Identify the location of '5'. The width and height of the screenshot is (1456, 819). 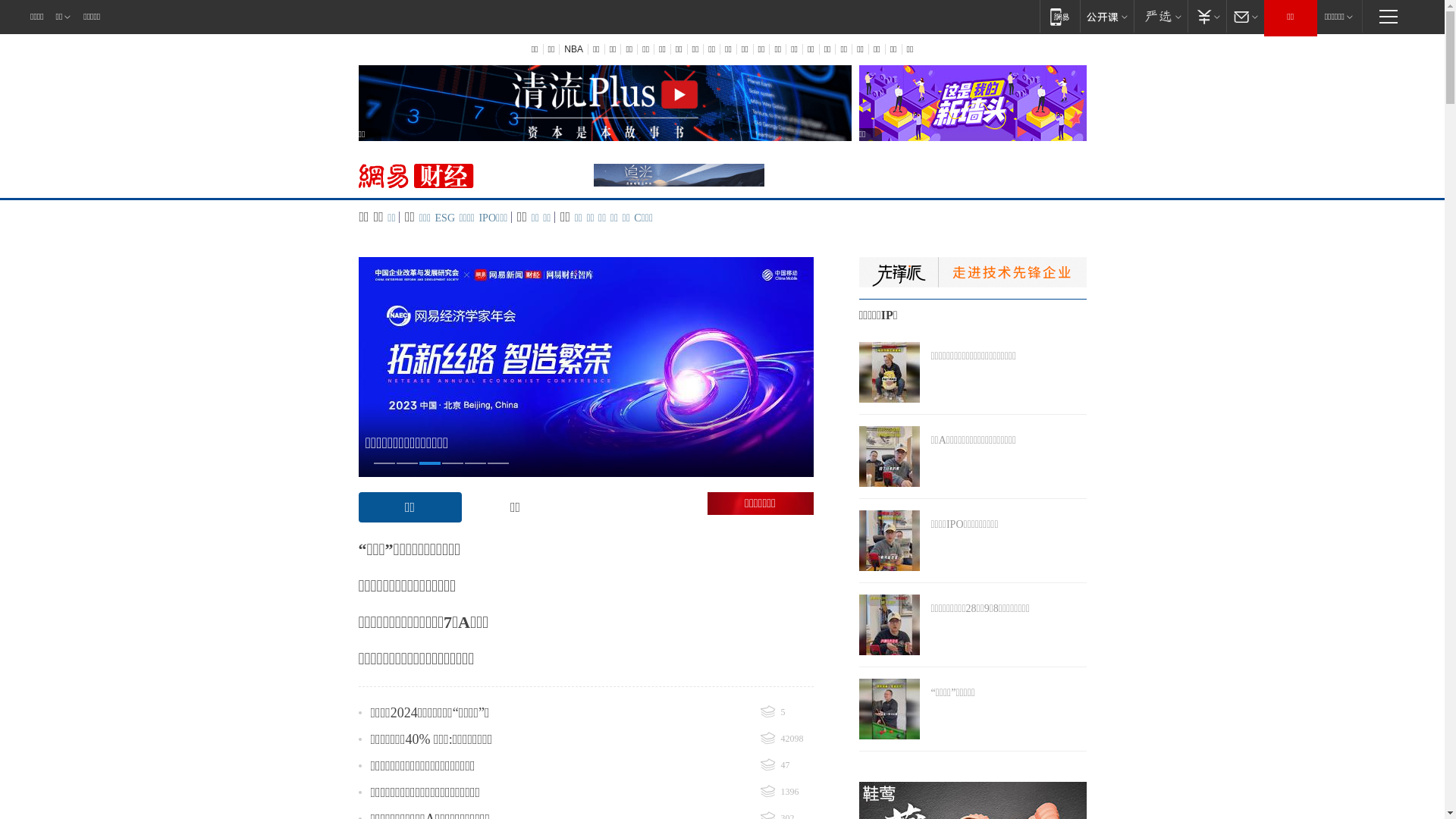
(786, 713).